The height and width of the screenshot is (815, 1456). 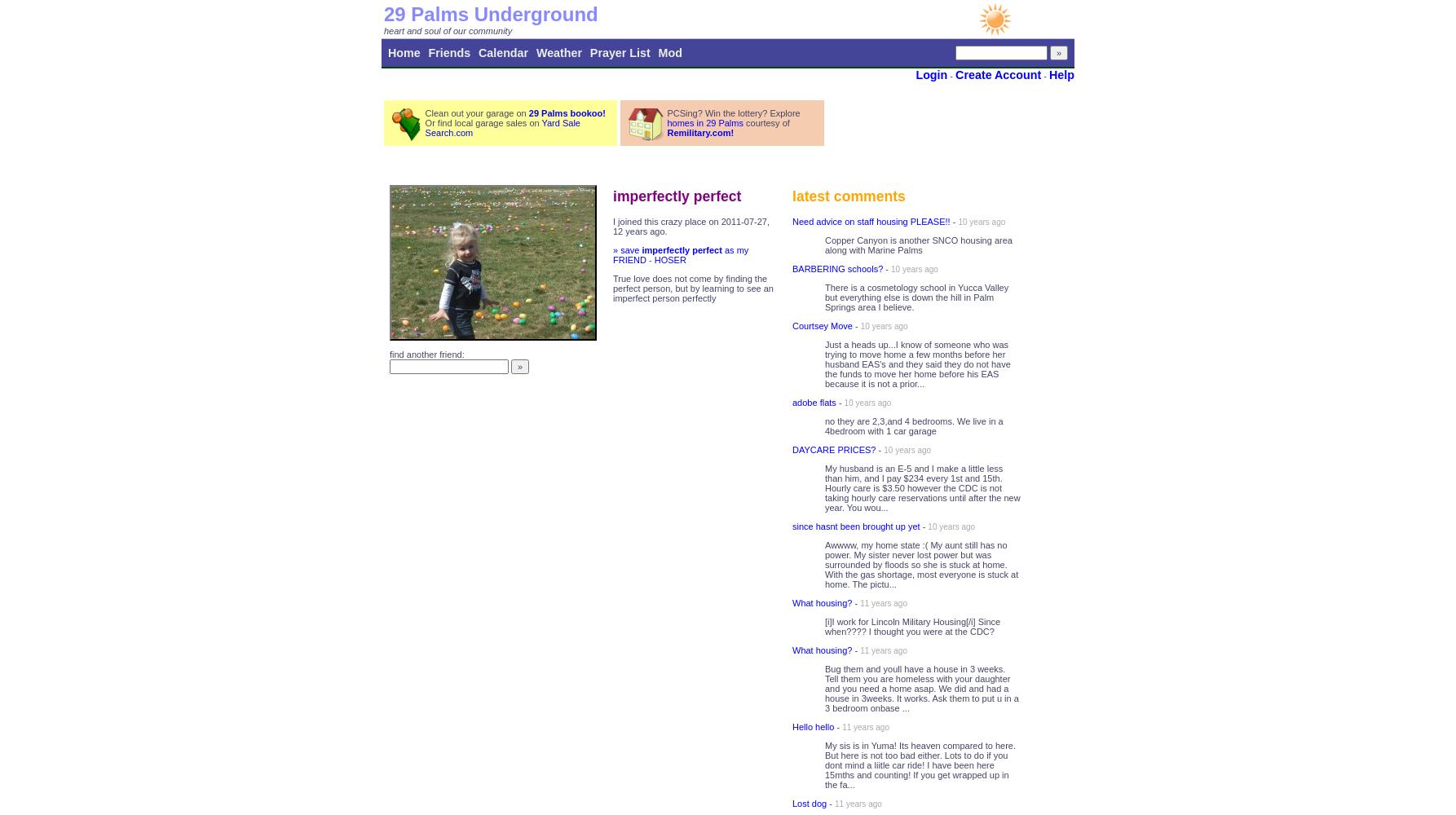 I want to click on '29 Palms bookoo!', so click(x=527, y=113).